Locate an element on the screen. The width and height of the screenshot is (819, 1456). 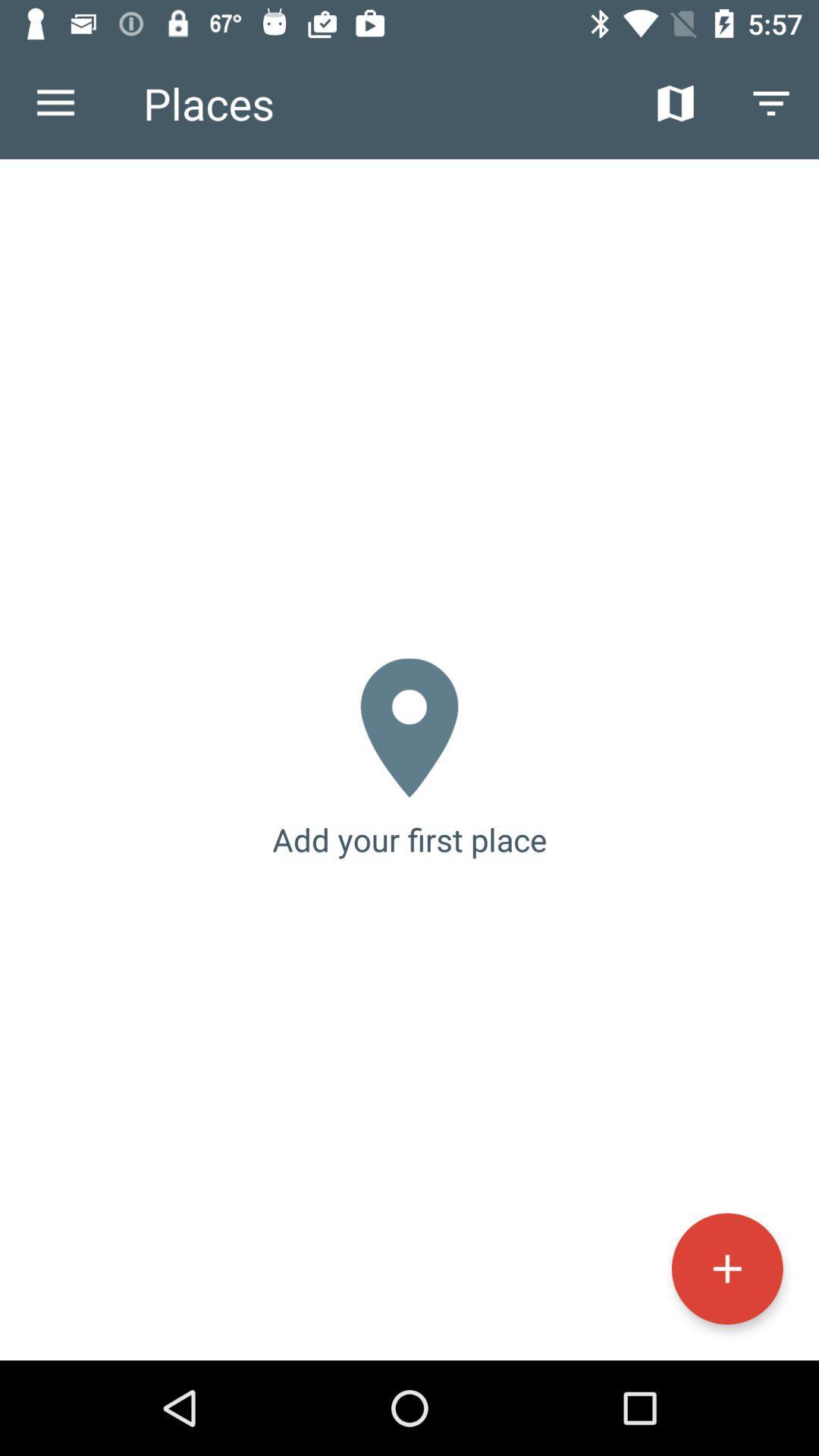
information is located at coordinates (726, 1269).